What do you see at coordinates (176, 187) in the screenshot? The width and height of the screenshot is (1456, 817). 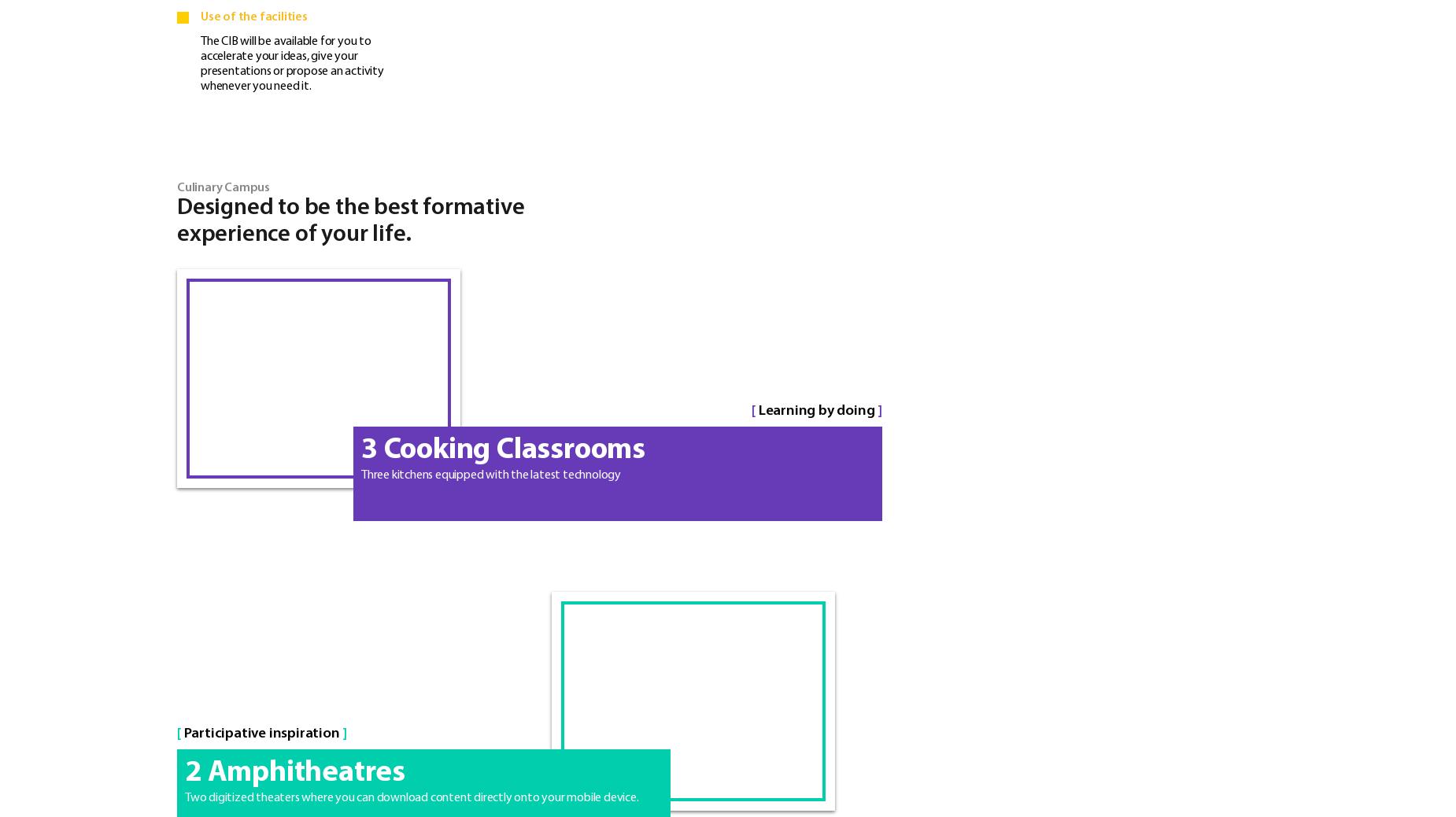 I see `'Culinary Campus'` at bounding box center [176, 187].